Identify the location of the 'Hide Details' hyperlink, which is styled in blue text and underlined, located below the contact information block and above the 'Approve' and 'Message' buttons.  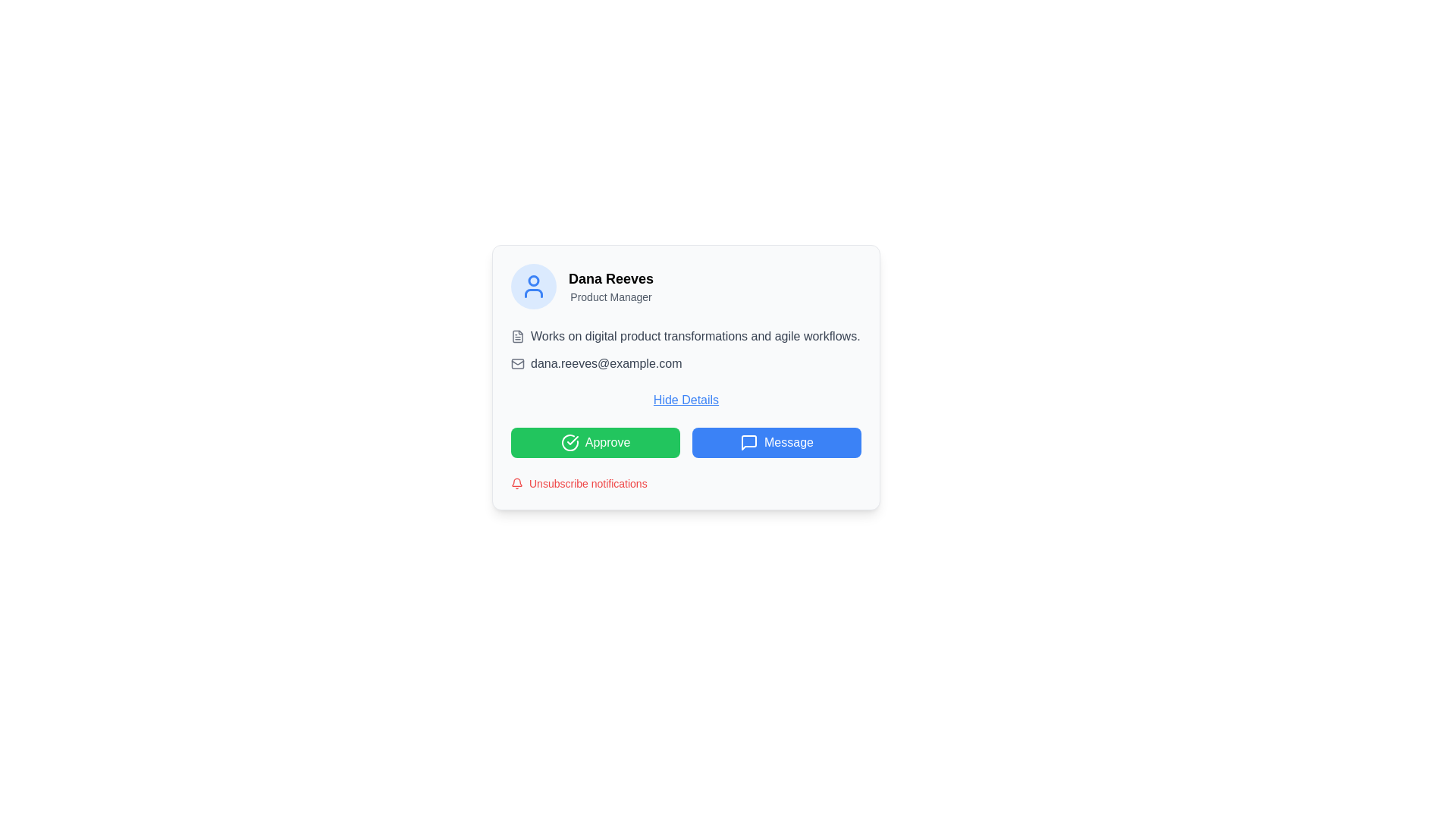
(685, 400).